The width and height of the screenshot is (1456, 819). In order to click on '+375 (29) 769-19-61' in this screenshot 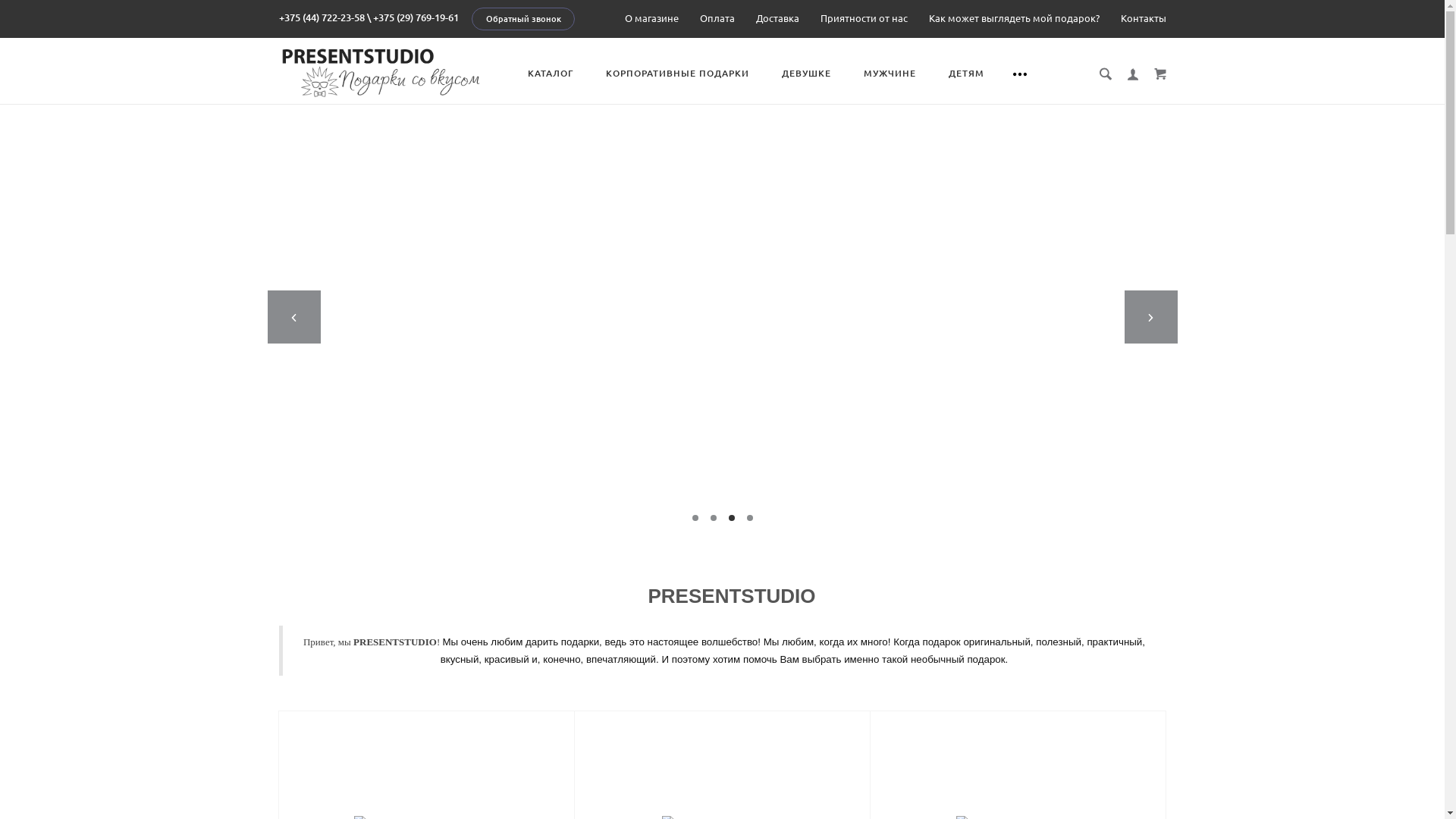, I will do `click(416, 17)`.